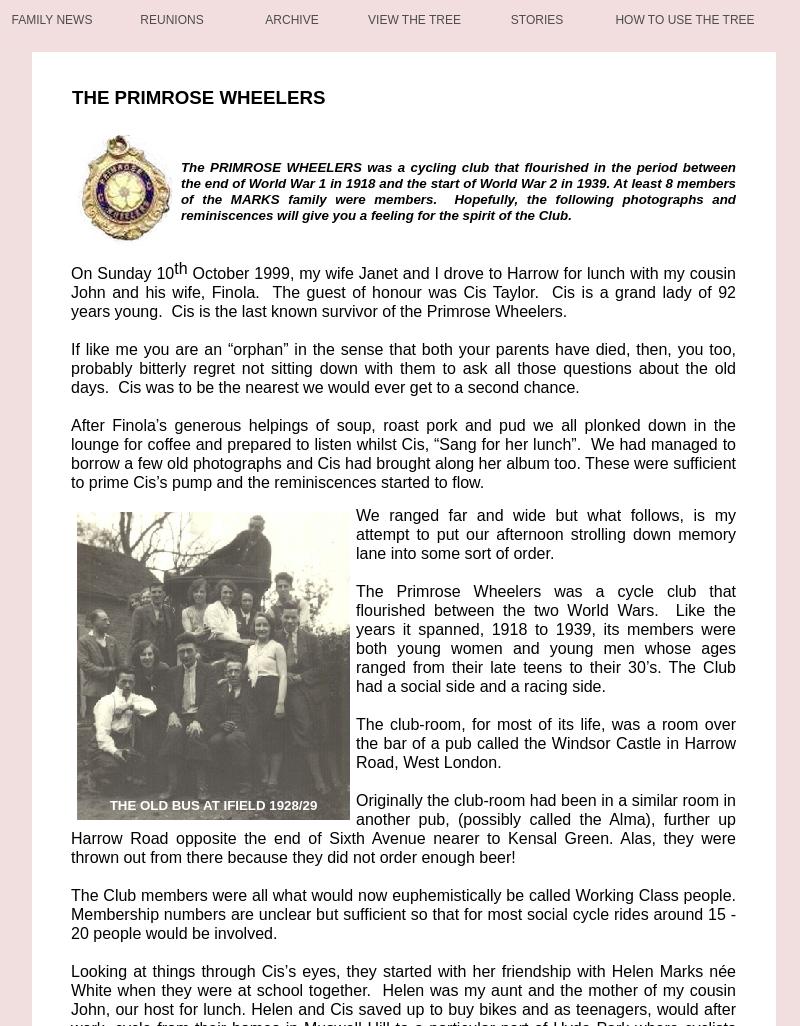 Image resolution: width=800 pixels, height=1026 pixels. What do you see at coordinates (173, 933) in the screenshot?
I see `'20 people would be involved.'` at bounding box center [173, 933].